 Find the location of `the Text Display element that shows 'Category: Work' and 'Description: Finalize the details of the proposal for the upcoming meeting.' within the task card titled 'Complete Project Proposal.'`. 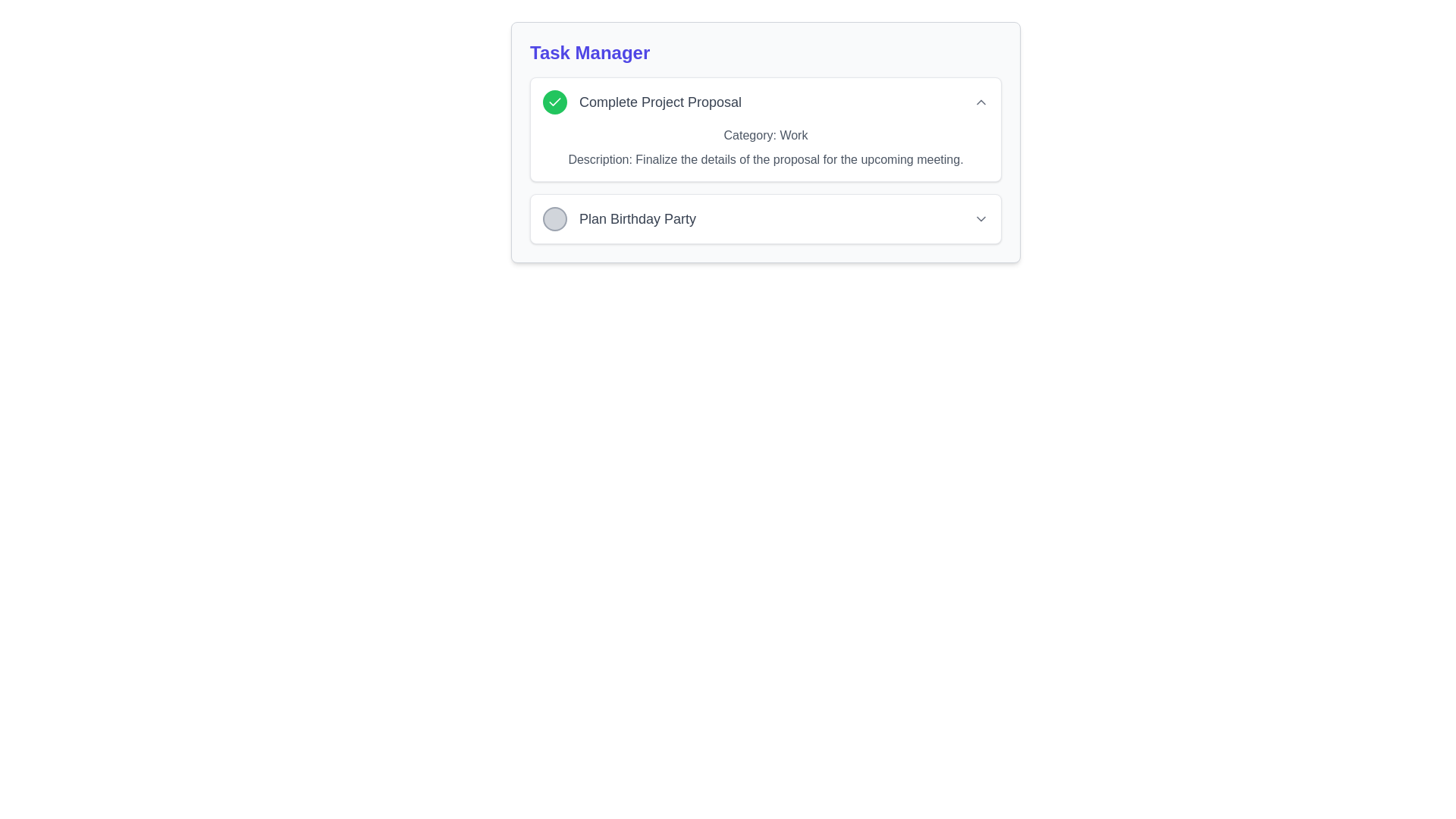

the Text Display element that shows 'Category: Work' and 'Description: Finalize the details of the proposal for the upcoming meeting.' within the task card titled 'Complete Project Proposal.' is located at coordinates (765, 148).